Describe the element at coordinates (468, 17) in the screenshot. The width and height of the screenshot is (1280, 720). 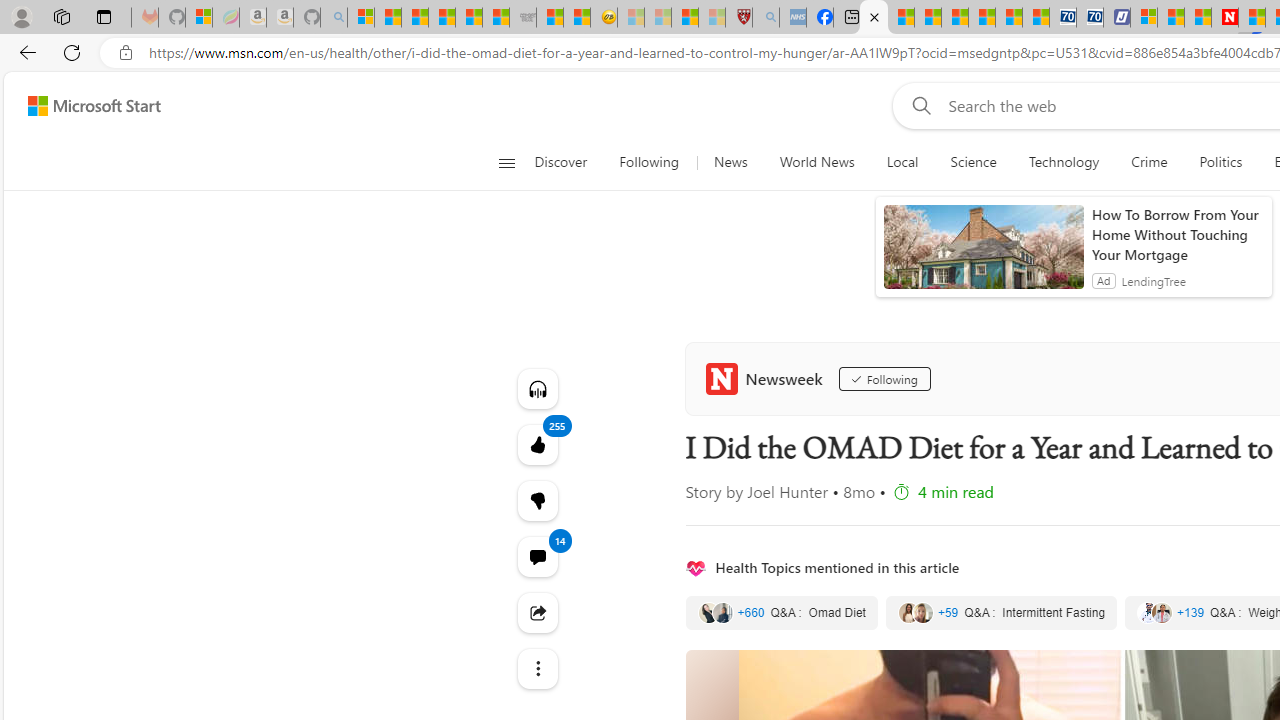
I see `'New Report Confirms 2023 Was Record Hot | Watch'` at that location.